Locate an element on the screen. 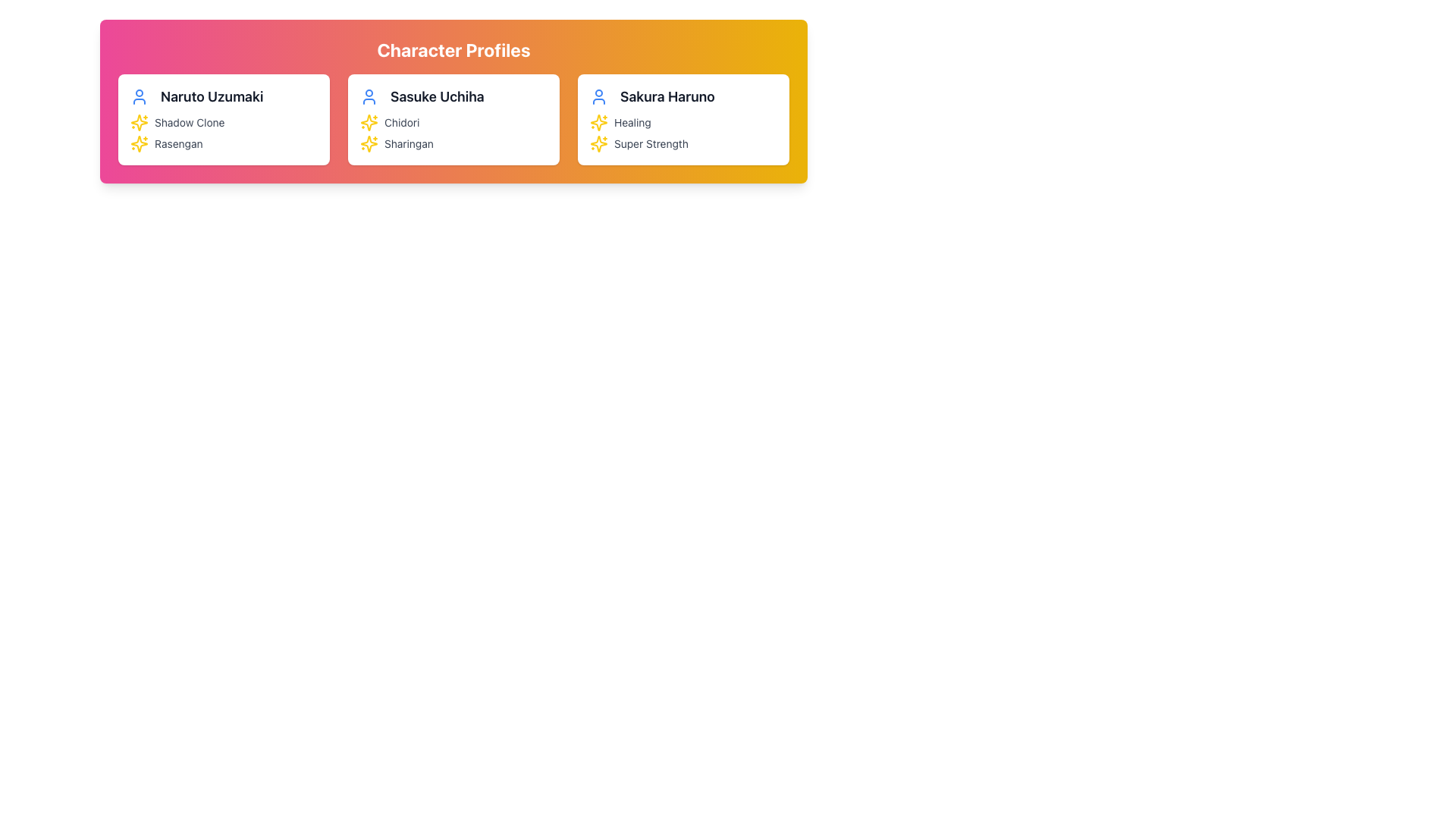 Image resolution: width=1456 pixels, height=819 pixels. the user profile icon located to the left of the text 'Naruto Uzumaki' within its section, as it serves as an identifier for the profile is located at coordinates (139, 96).